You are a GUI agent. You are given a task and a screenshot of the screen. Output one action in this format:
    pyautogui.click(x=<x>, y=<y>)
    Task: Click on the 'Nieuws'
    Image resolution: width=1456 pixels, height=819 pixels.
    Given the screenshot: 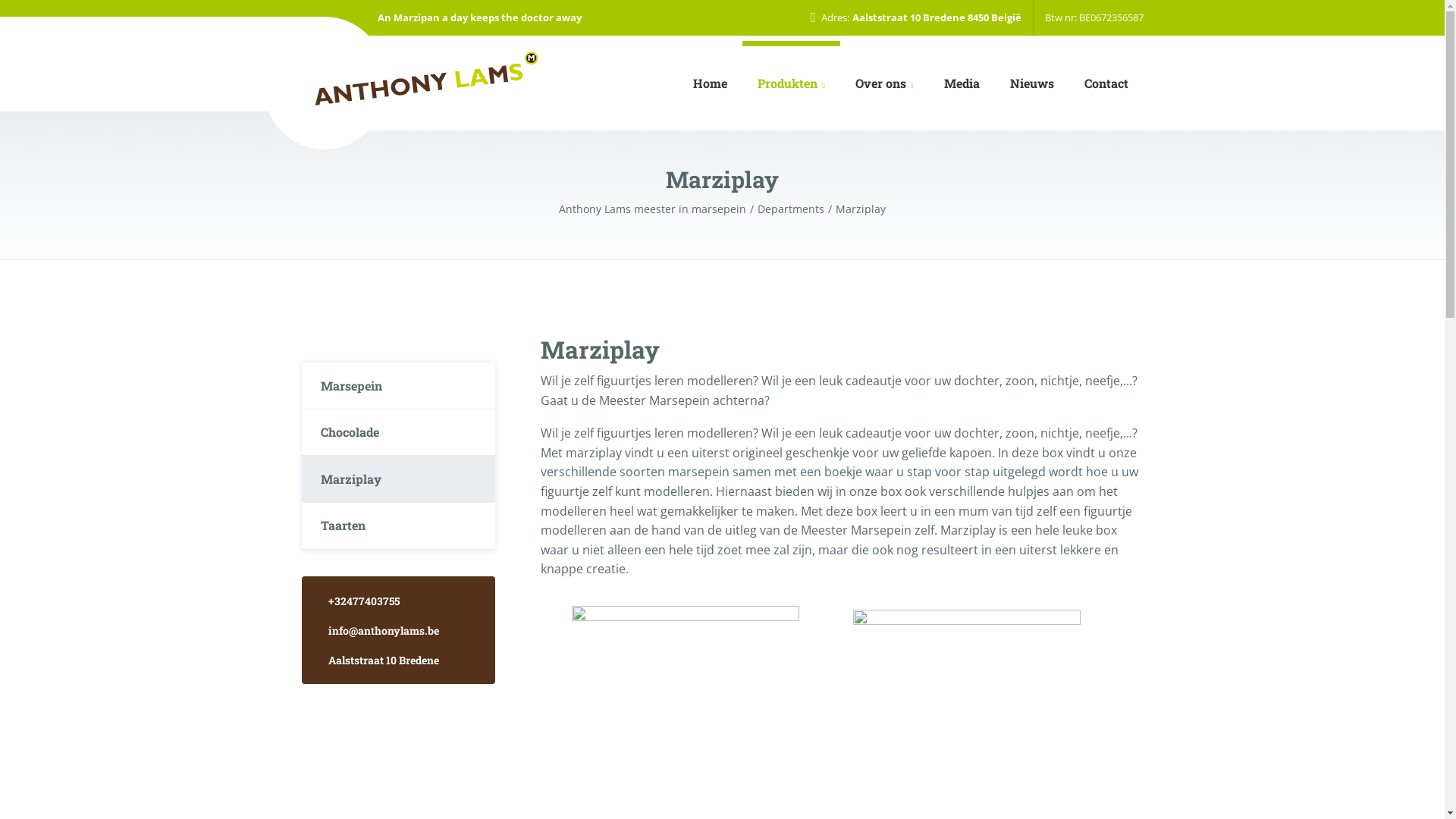 What is the action you would take?
    pyautogui.click(x=1031, y=83)
    